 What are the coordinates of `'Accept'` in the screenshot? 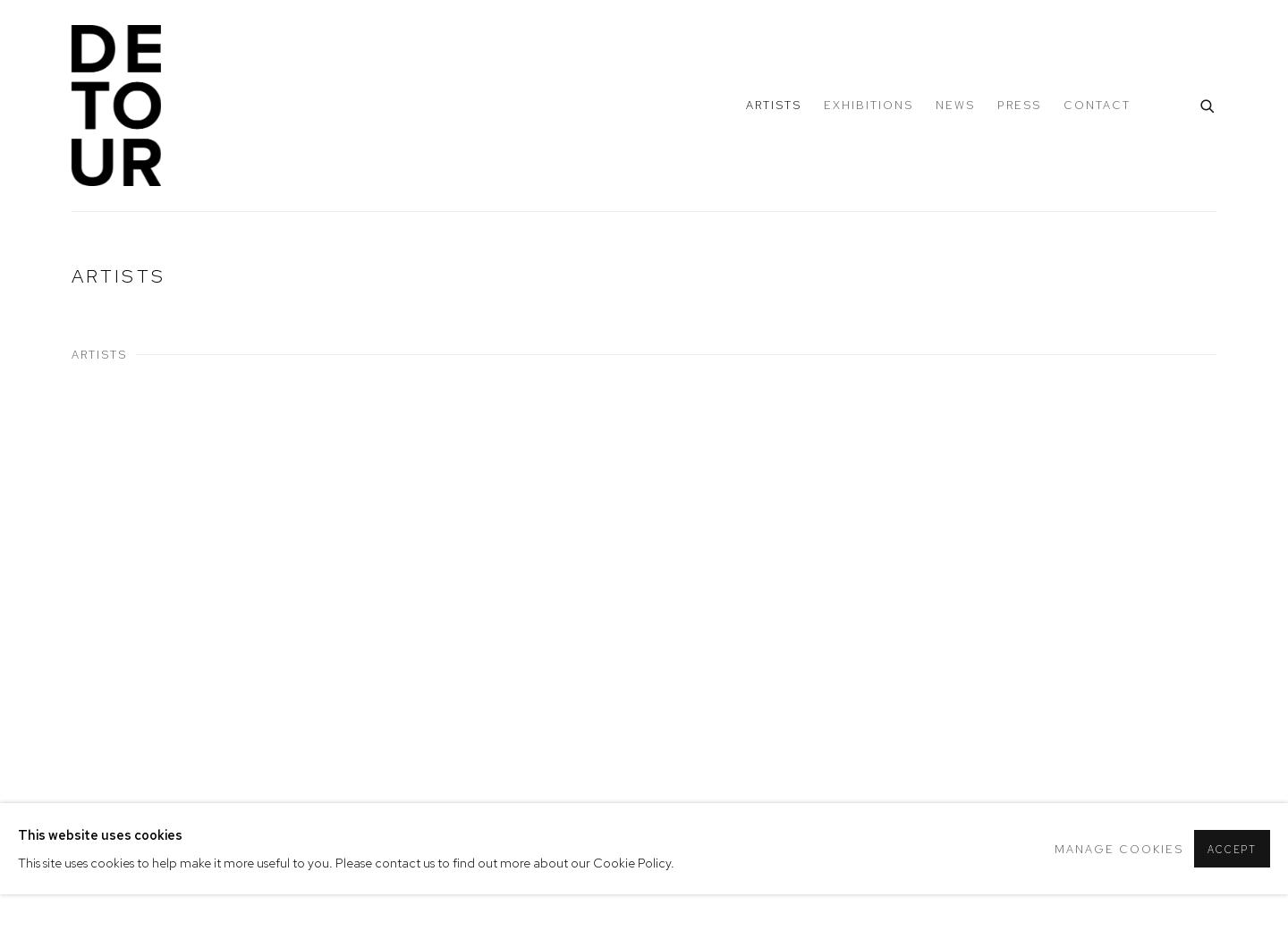 It's located at (1207, 850).